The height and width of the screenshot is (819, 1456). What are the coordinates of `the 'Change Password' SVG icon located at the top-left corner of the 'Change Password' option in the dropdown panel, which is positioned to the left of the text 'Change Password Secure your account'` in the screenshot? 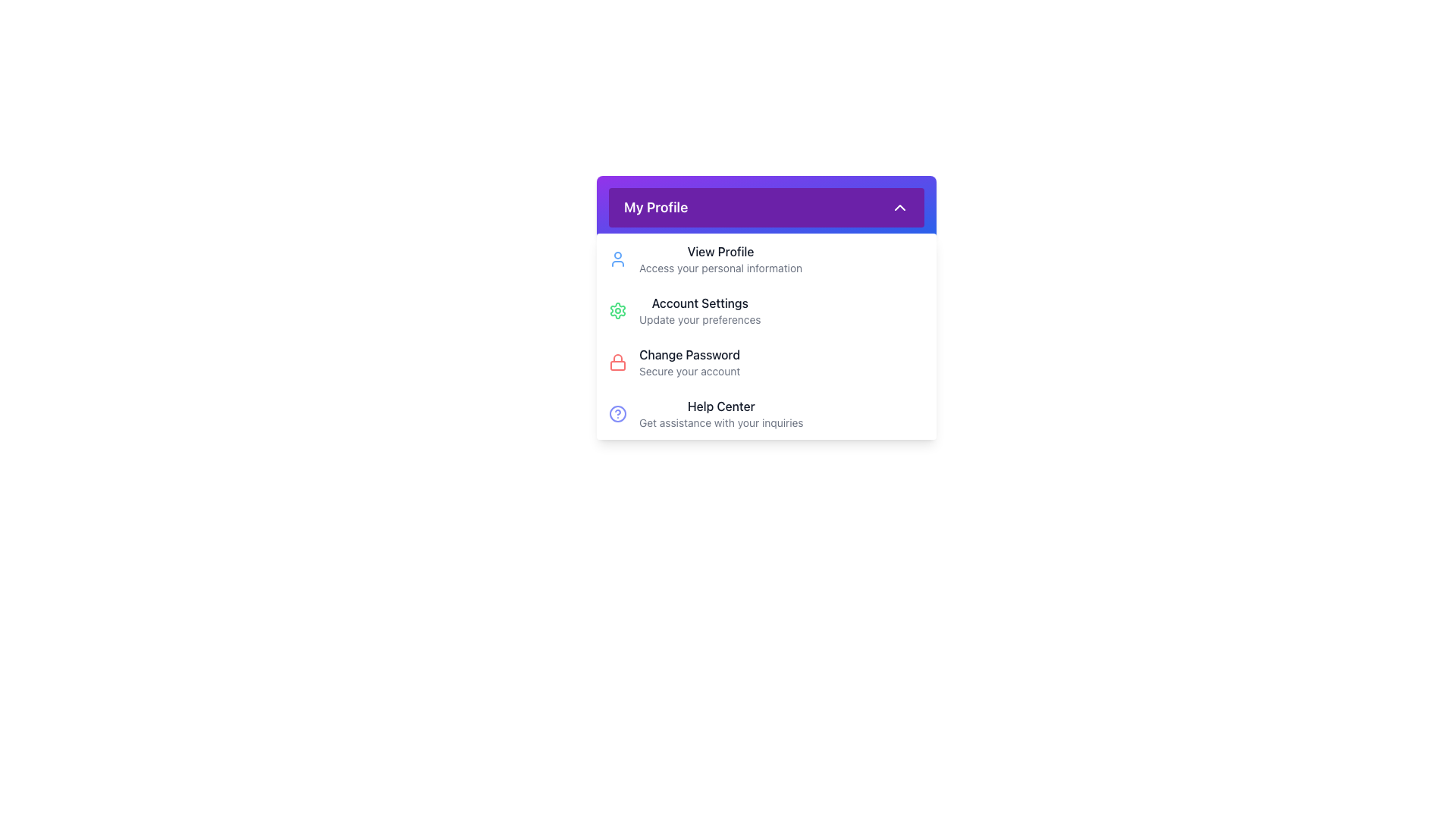 It's located at (618, 362).